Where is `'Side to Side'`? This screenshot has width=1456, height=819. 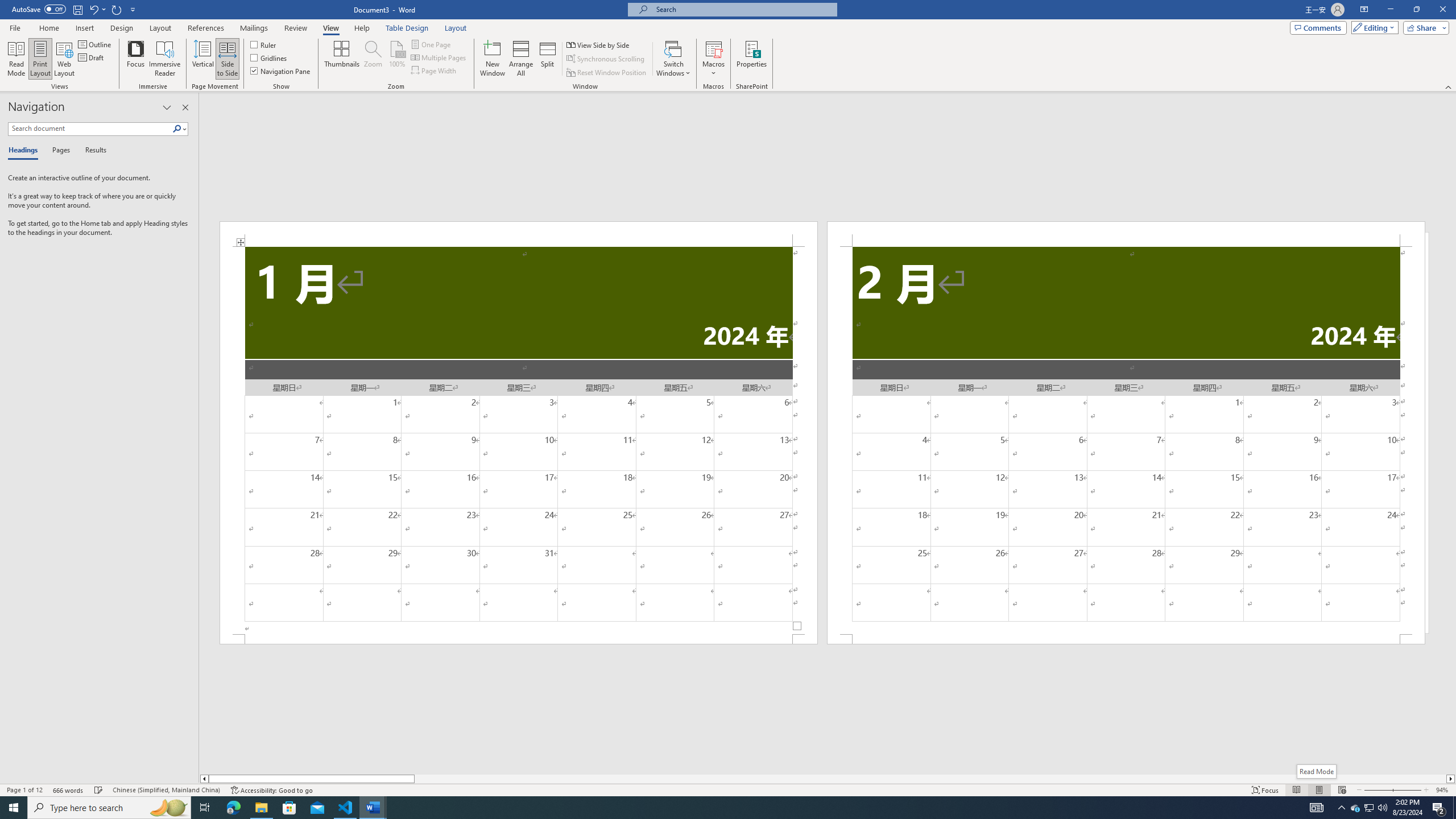
'Side to Side' is located at coordinates (227, 59).